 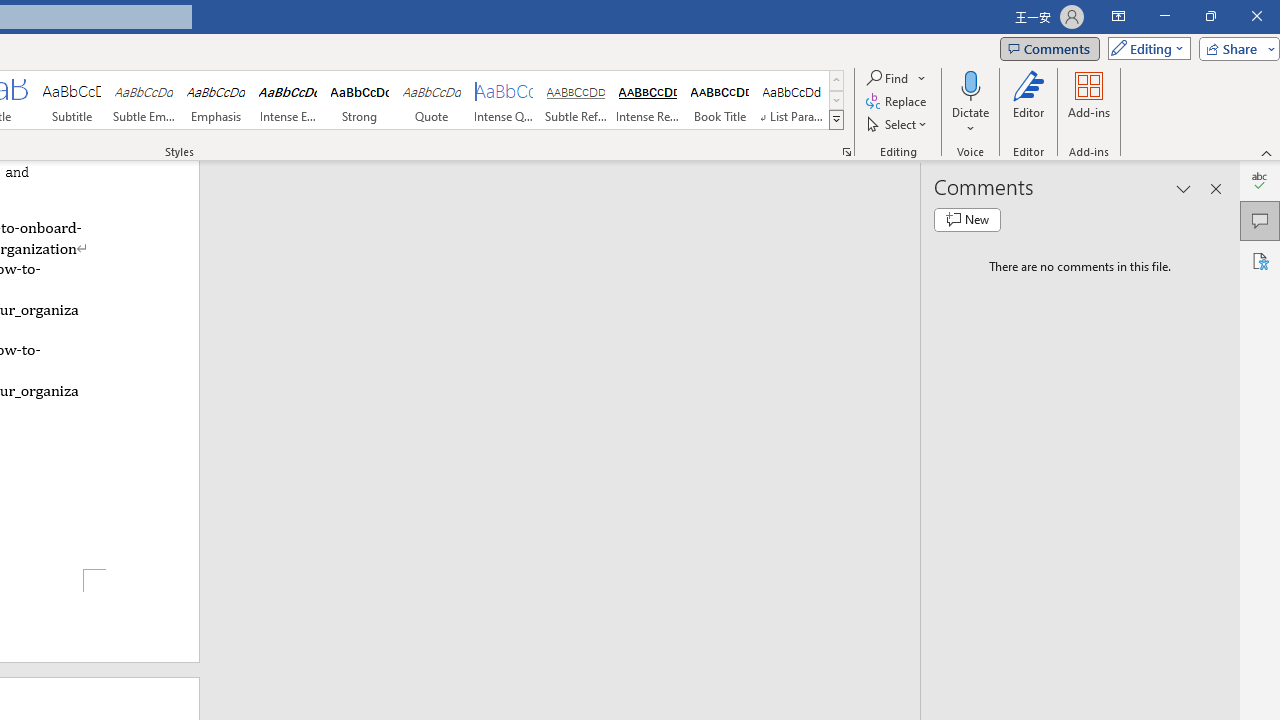 I want to click on 'New comment', so click(x=967, y=219).